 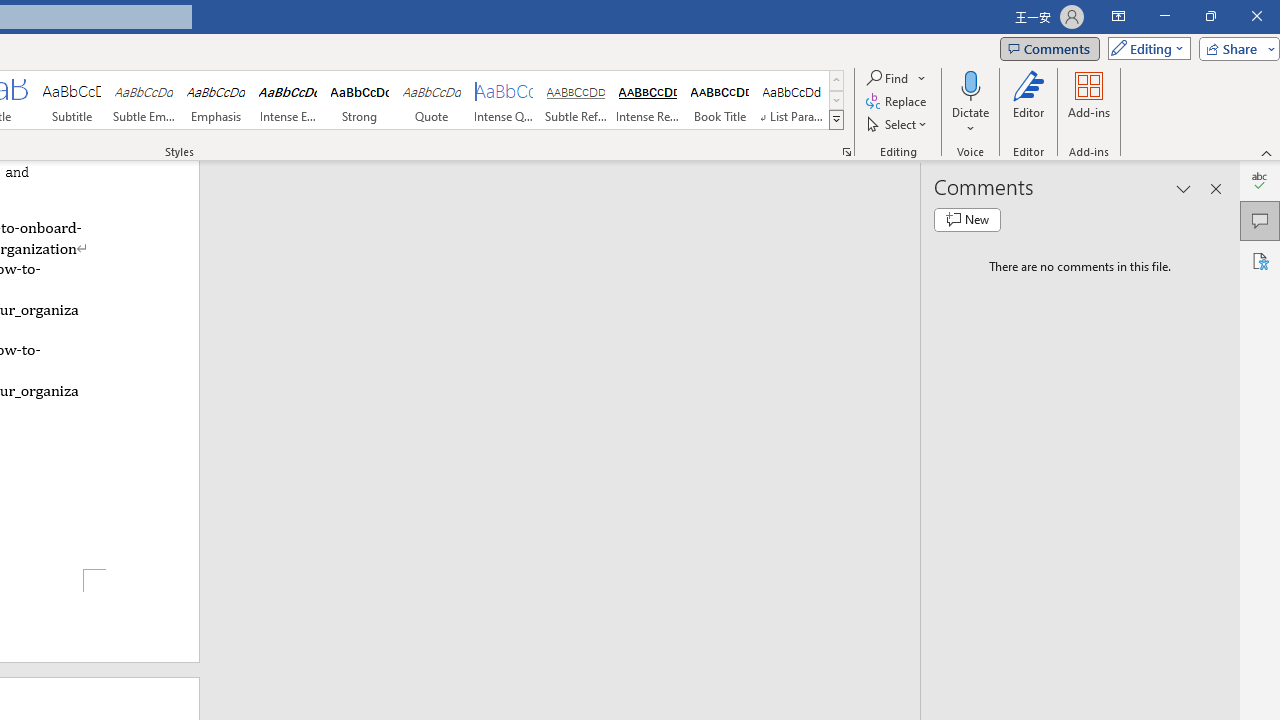 I want to click on 'New comment', so click(x=967, y=219).